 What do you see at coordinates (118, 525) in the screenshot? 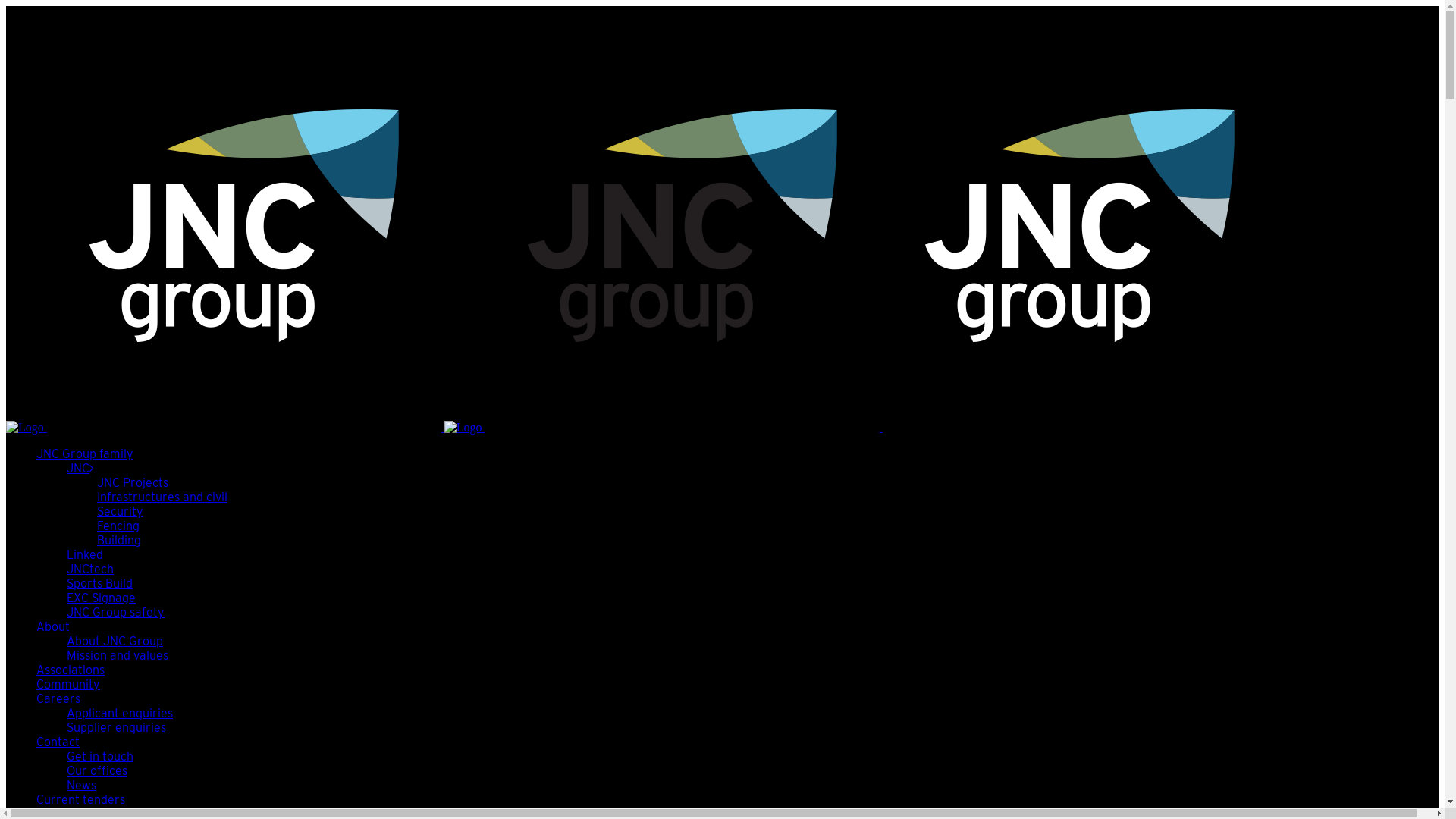
I see `'Fencing'` at bounding box center [118, 525].